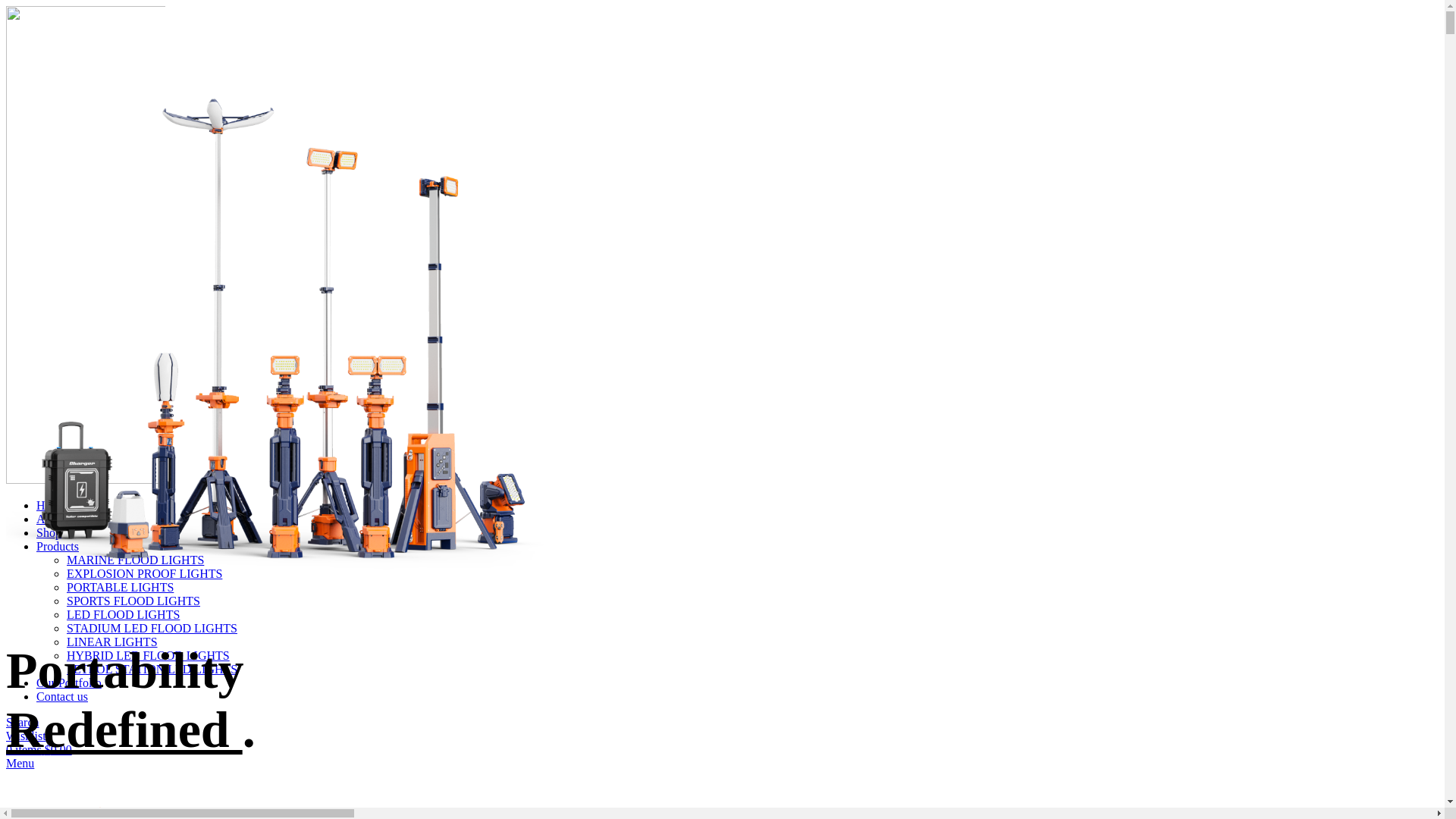 This screenshot has width=1456, height=819. What do you see at coordinates (36, 696) in the screenshot?
I see `'Contact us'` at bounding box center [36, 696].